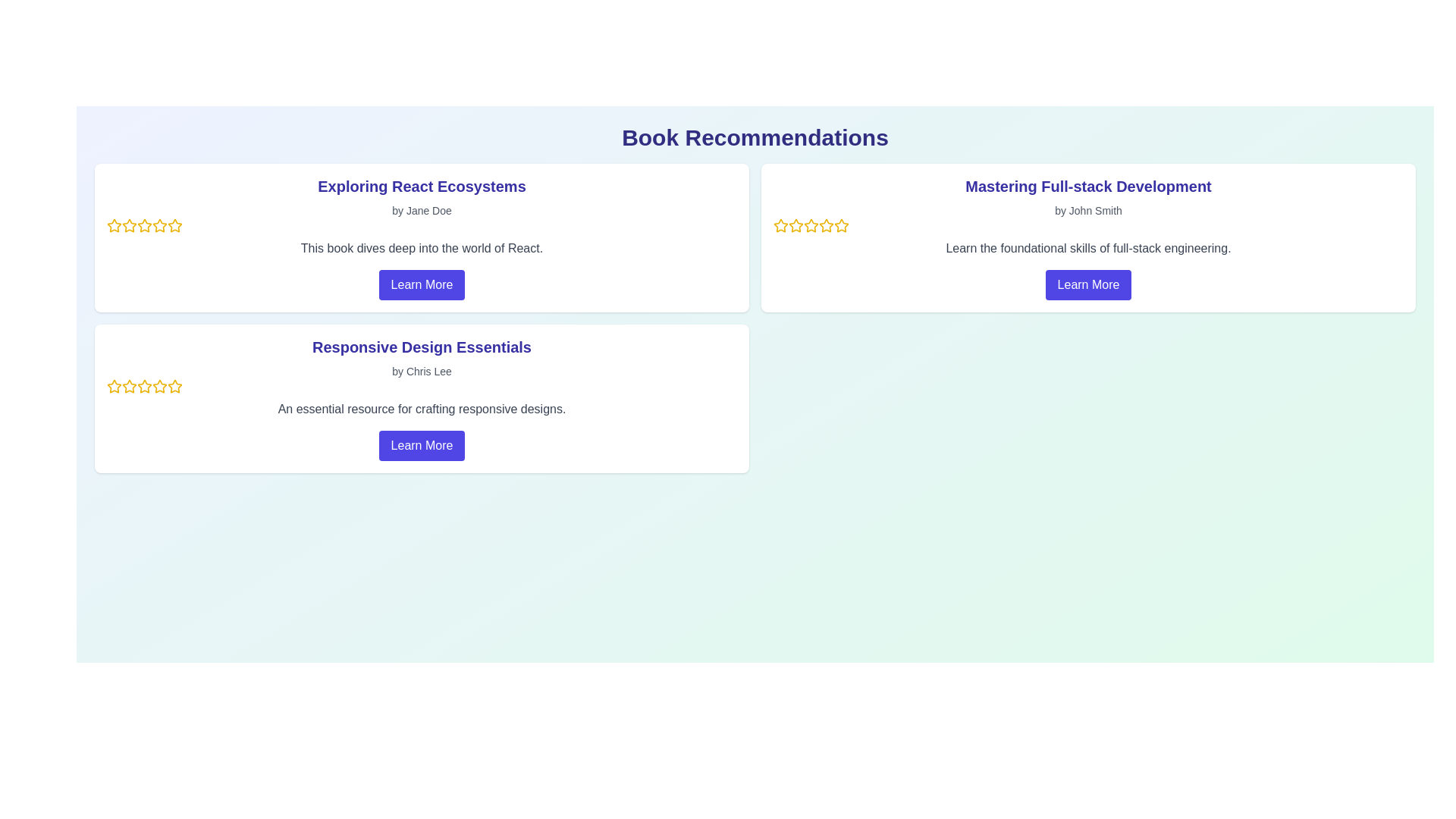 Image resolution: width=1456 pixels, height=819 pixels. I want to click on the second star icon in the rating system for the 'Responsive Design Essentials' card, so click(145, 385).